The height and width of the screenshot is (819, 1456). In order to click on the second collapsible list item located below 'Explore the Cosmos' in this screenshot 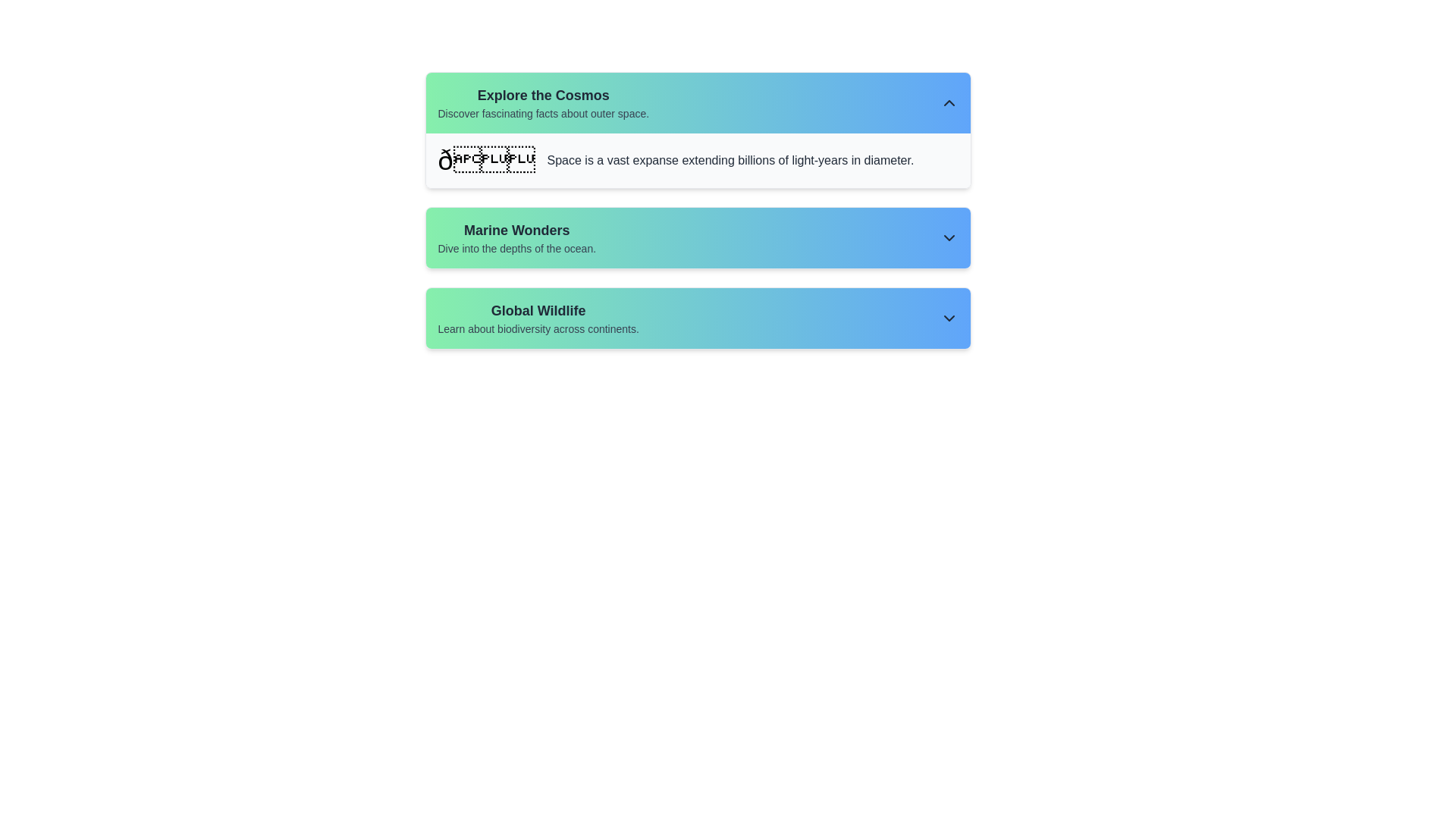, I will do `click(697, 237)`.